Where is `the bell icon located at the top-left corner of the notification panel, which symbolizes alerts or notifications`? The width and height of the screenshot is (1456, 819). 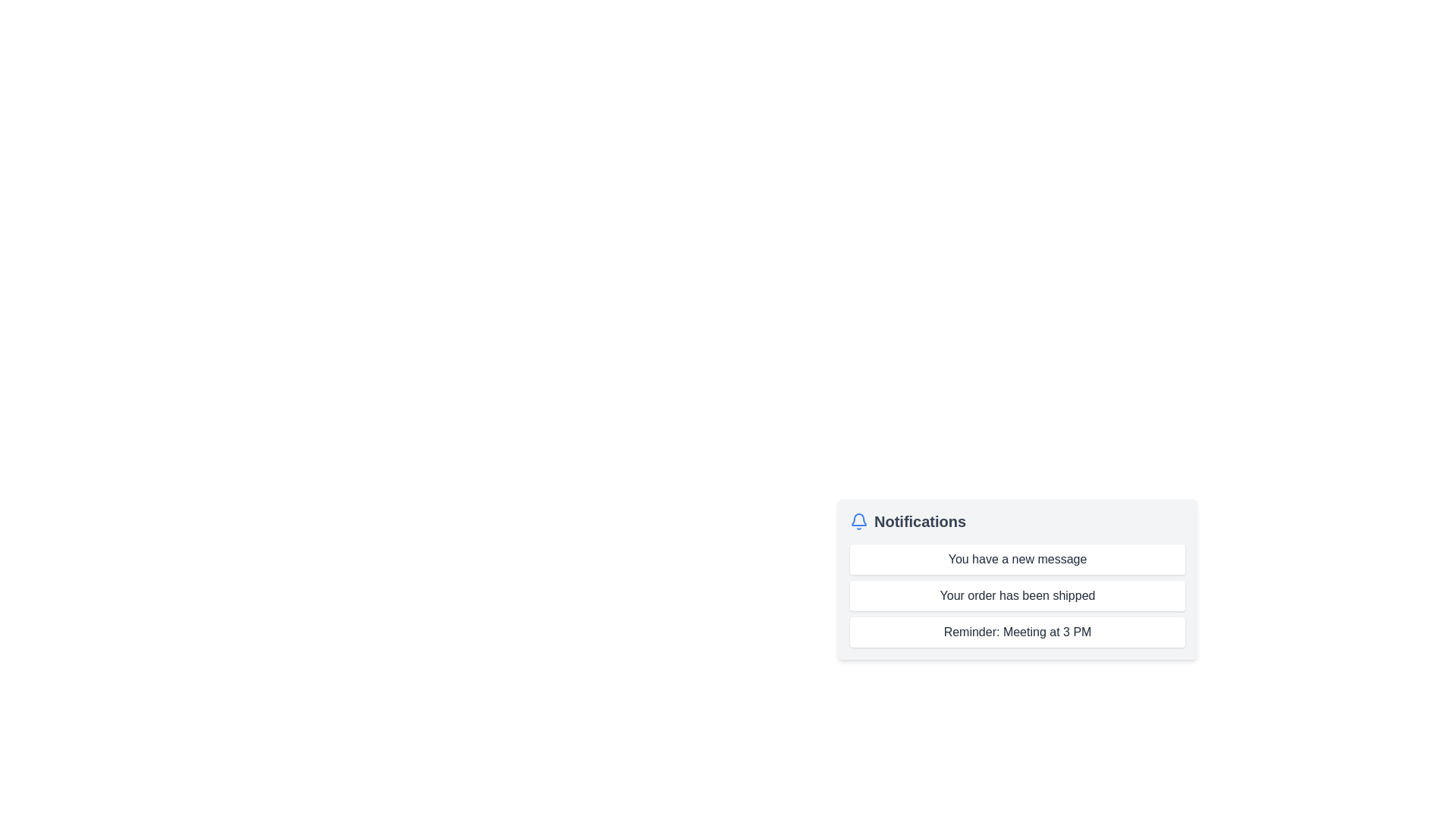
the bell icon located at the top-left corner of the notification panel, which symbolizes alerts or notifications is located at coordinates (858, 519).